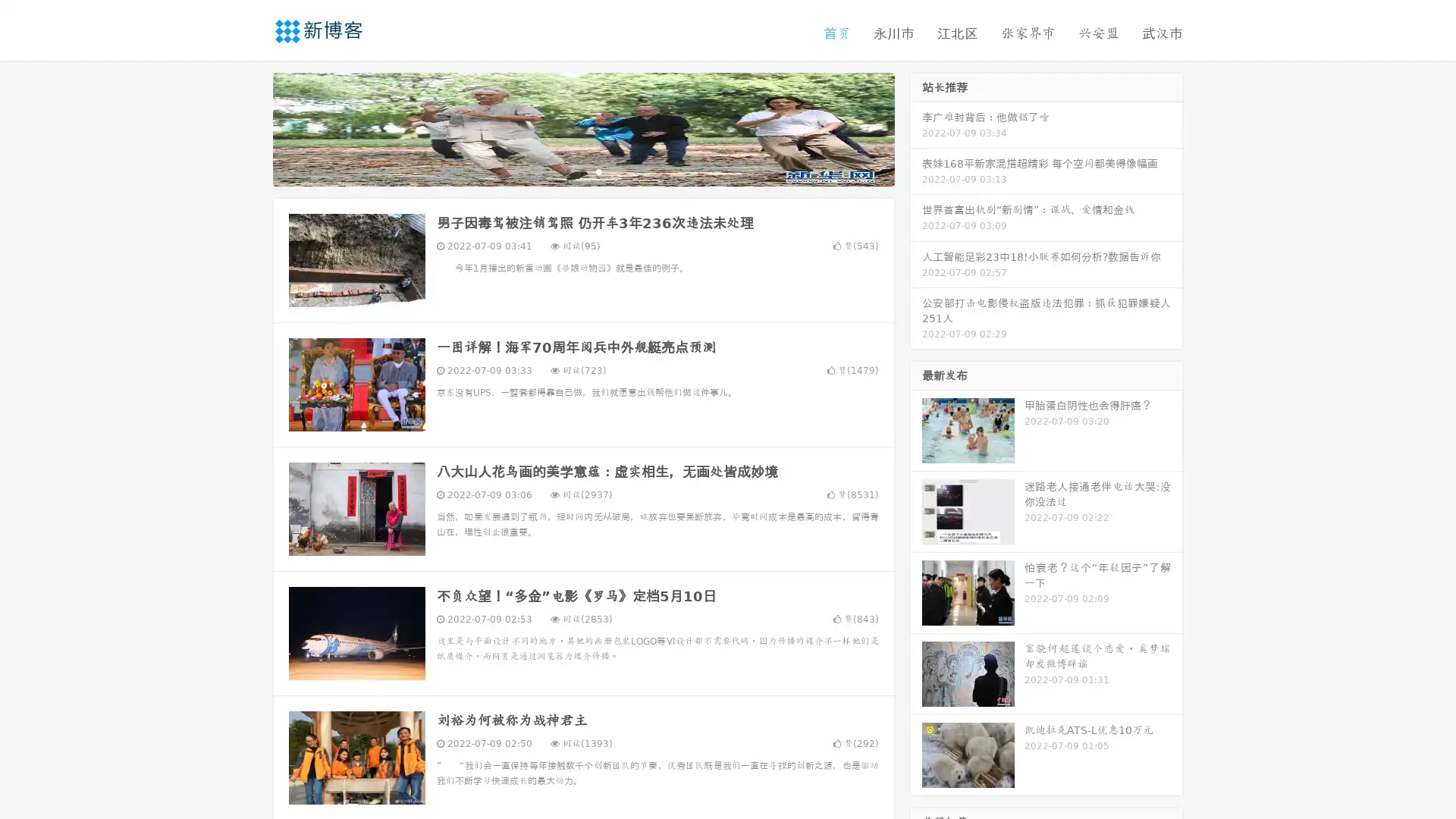 The height and width of the screenshot is (819, 1456). I want to click on Previous slide, so click(250, 127).